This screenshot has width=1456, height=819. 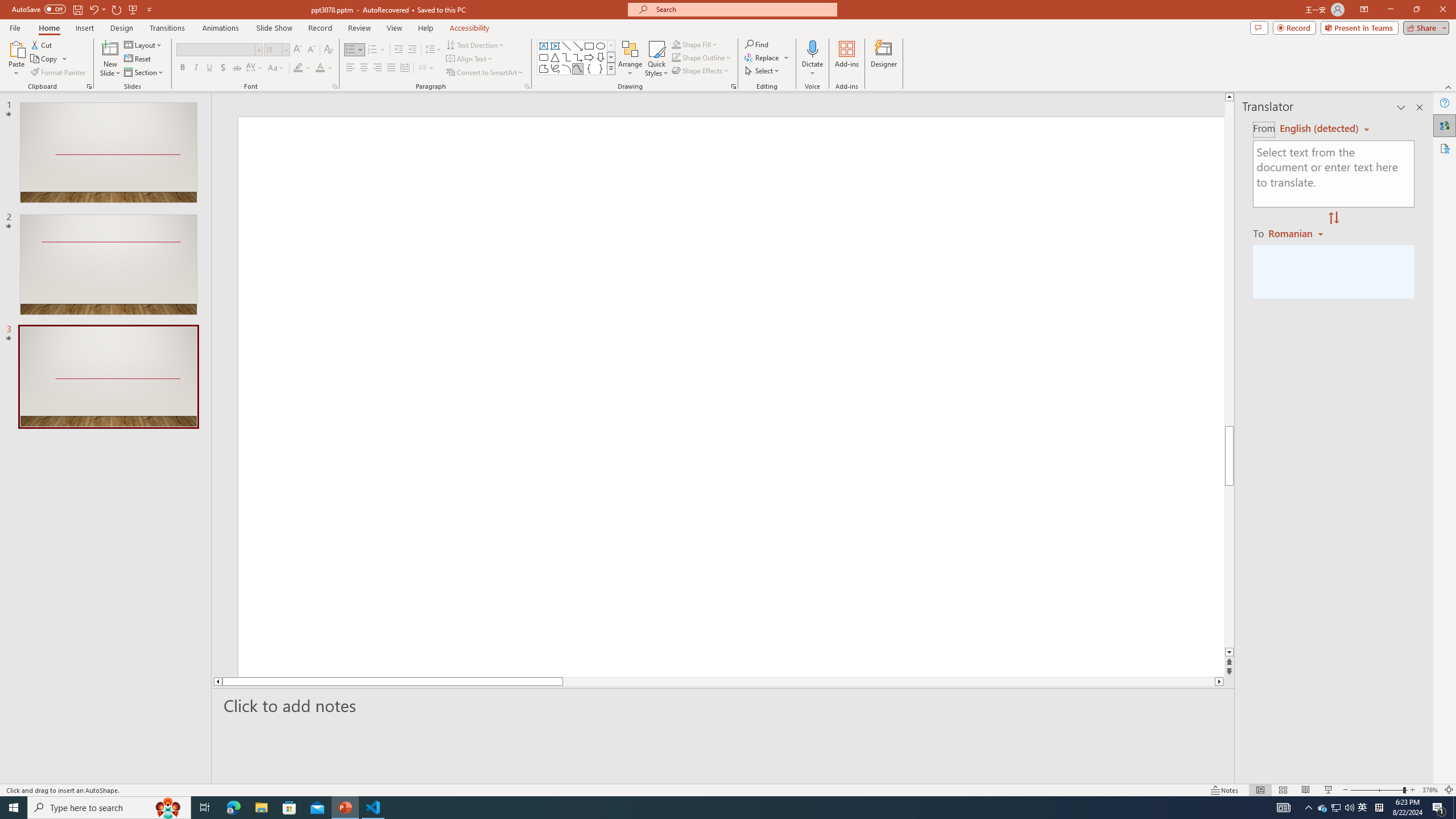 I want to click on 'Font Size', so click(x=276, y=49).